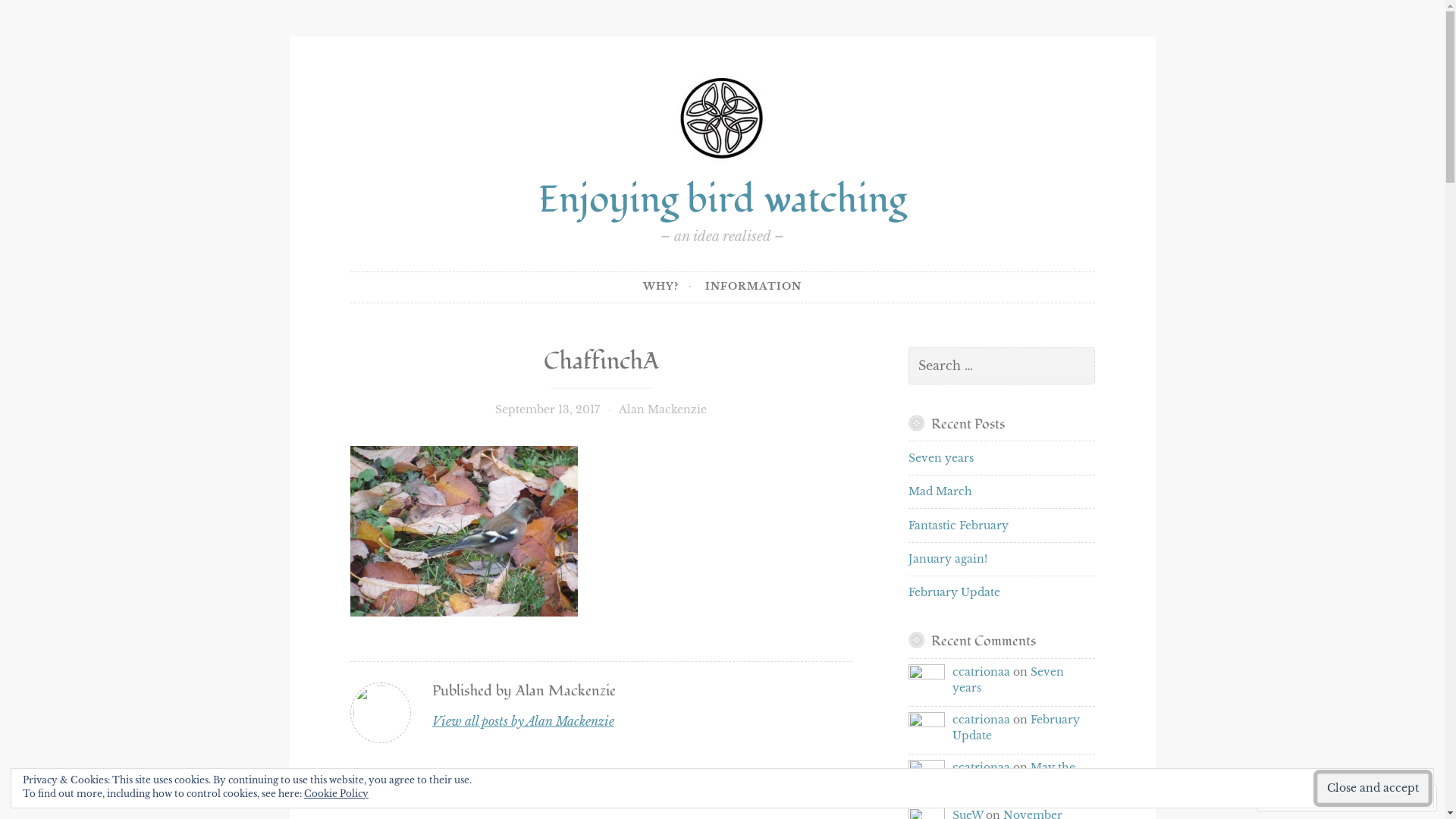  What do you see at coordinates (908, 591) in the screenshot?
I see `'February Update'` at bounding box center [908, 591].